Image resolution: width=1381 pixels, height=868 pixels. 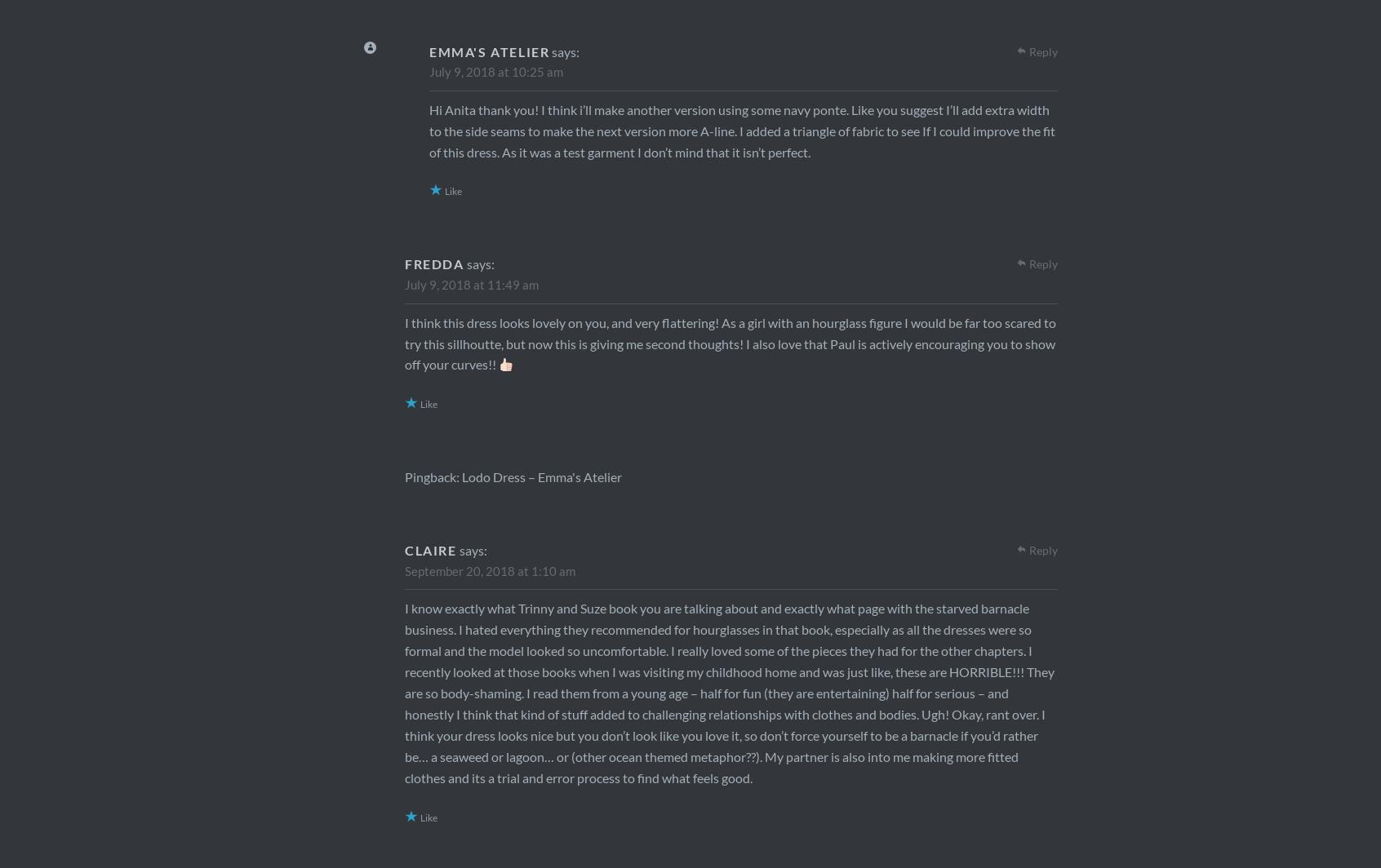 What do you see at coordinates (741, 130) in the screenshot?
I see `'Hi Anita thank you! I think i’ll make another version using some navy ponte. Like you suggest I’ll add extra width to the side seams to make the next version more A-line. I added a triangle of fabric to see If I could improve the fit of this dress. As it was a test garment I don’t mind that it isn’t perfect.'` at bounding box center [741, 130].